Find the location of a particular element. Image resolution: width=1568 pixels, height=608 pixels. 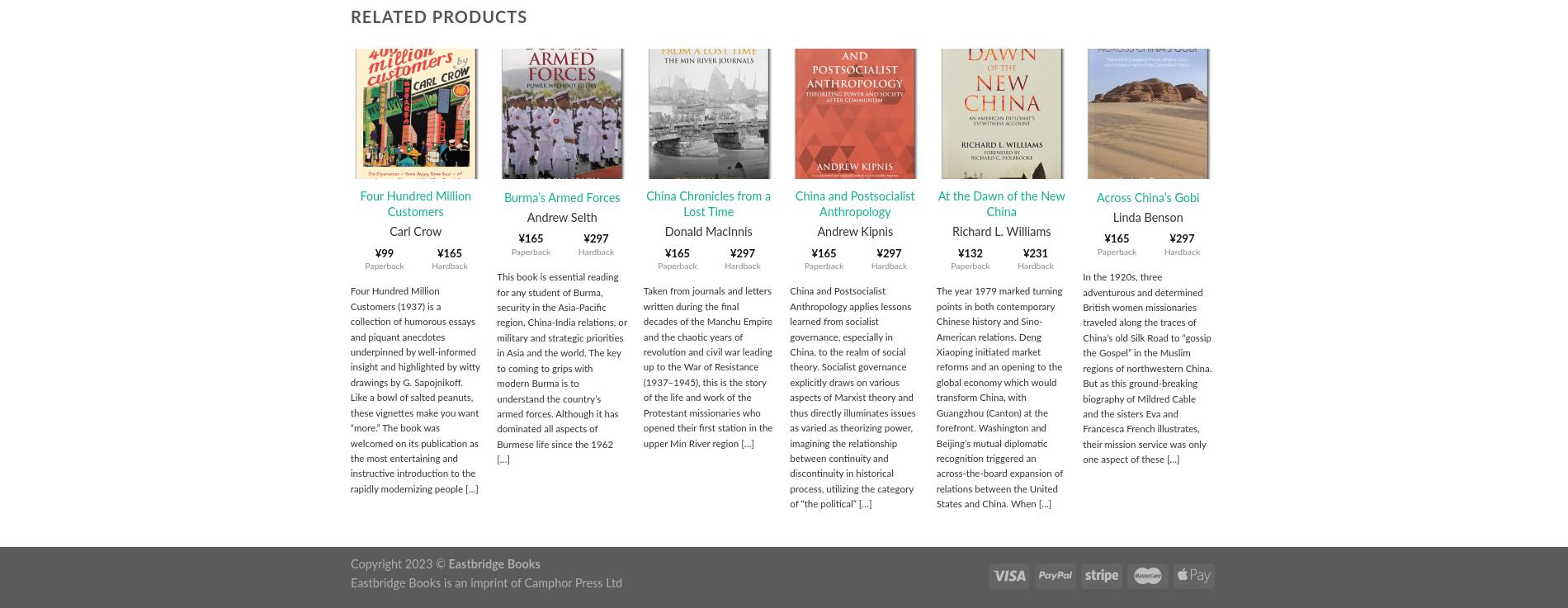

'At the Dawn of the New China' is located at coordinates (999, 203).